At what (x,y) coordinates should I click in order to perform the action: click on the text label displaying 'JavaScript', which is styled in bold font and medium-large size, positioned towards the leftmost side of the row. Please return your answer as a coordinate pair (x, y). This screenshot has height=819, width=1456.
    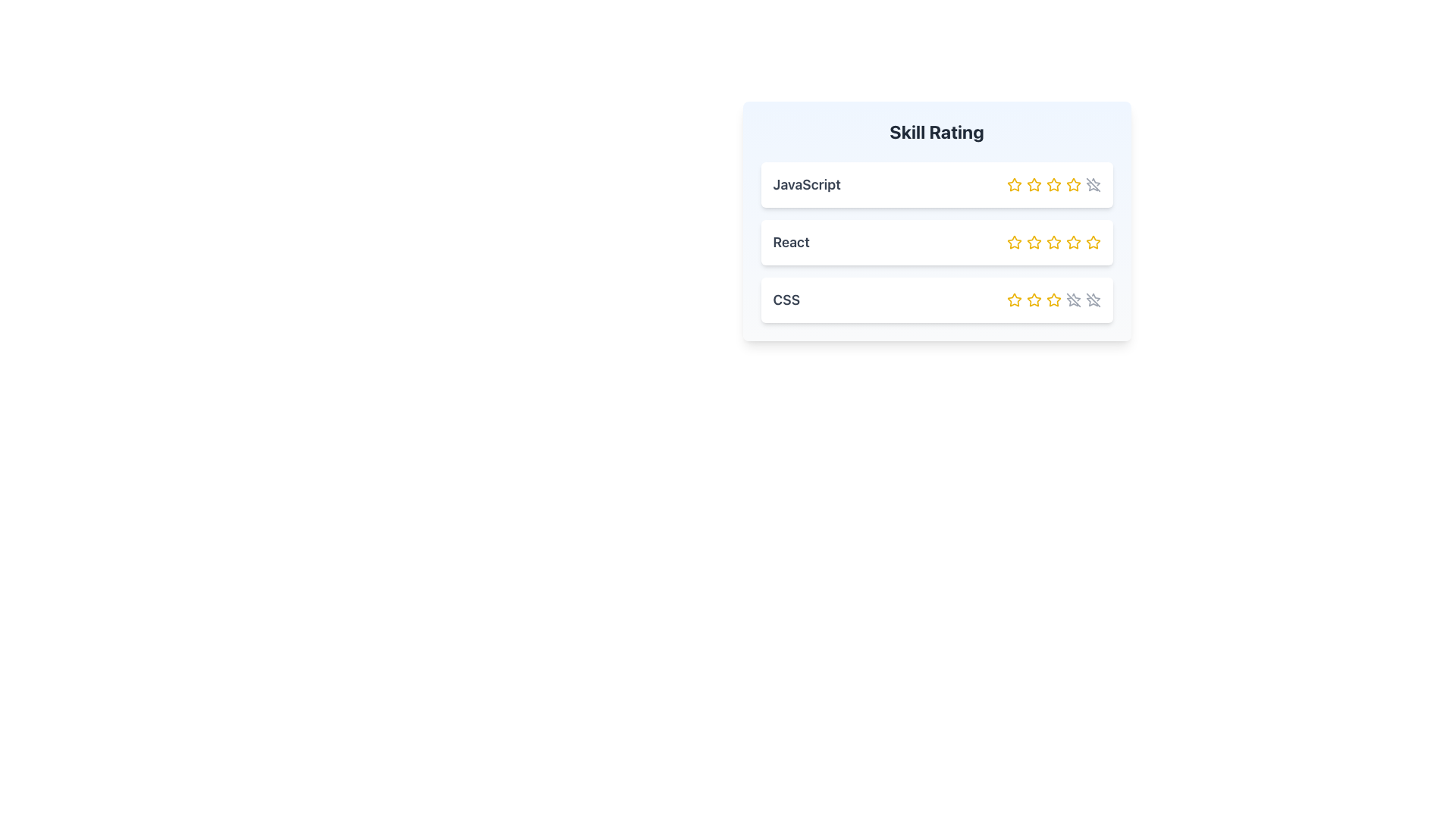
    Looking at the image, I should click on (806, 184).